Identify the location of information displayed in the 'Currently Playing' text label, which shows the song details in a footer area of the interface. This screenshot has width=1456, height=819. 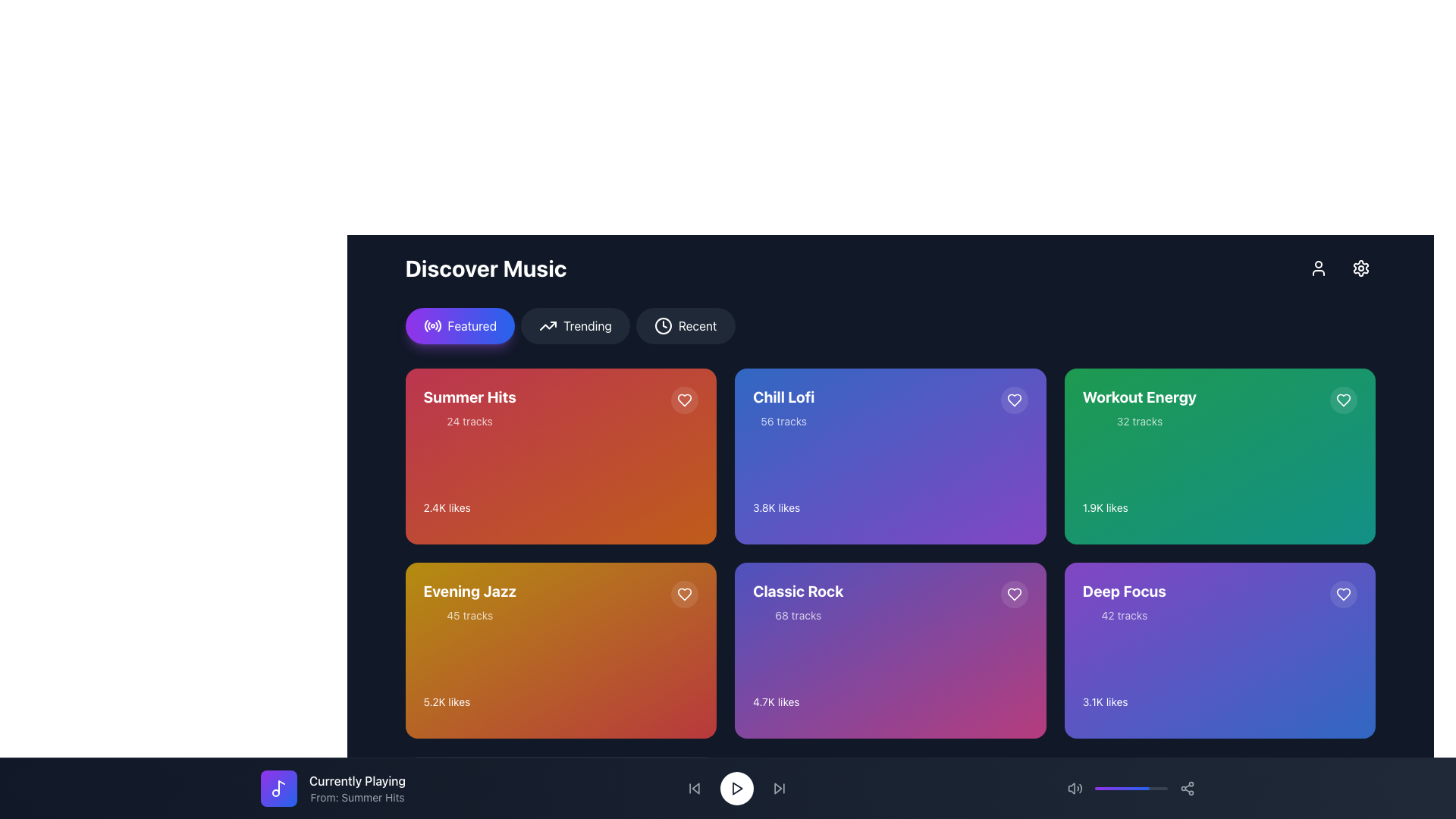
(356, 788).